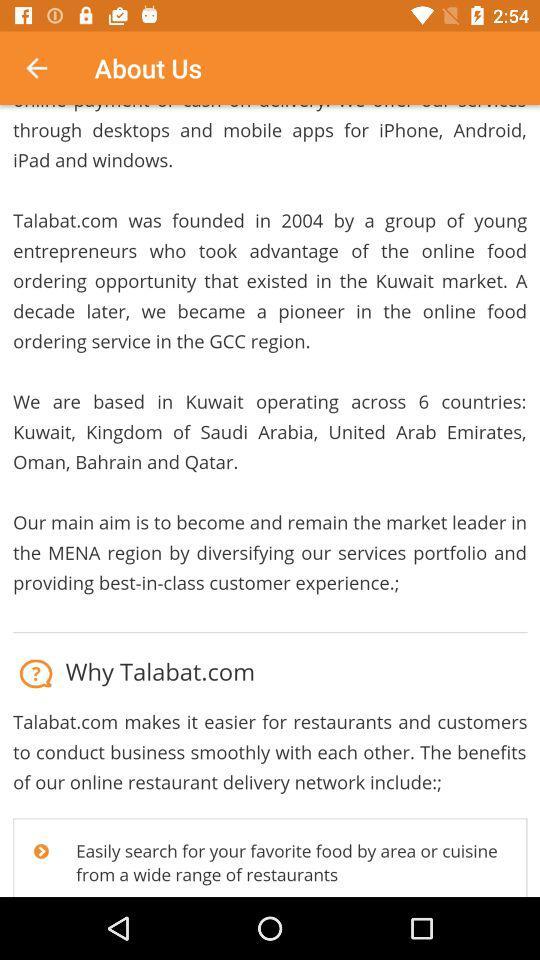 The width and height of the screenshot is (540, 960). I want to click on go back, so click(47, 68).